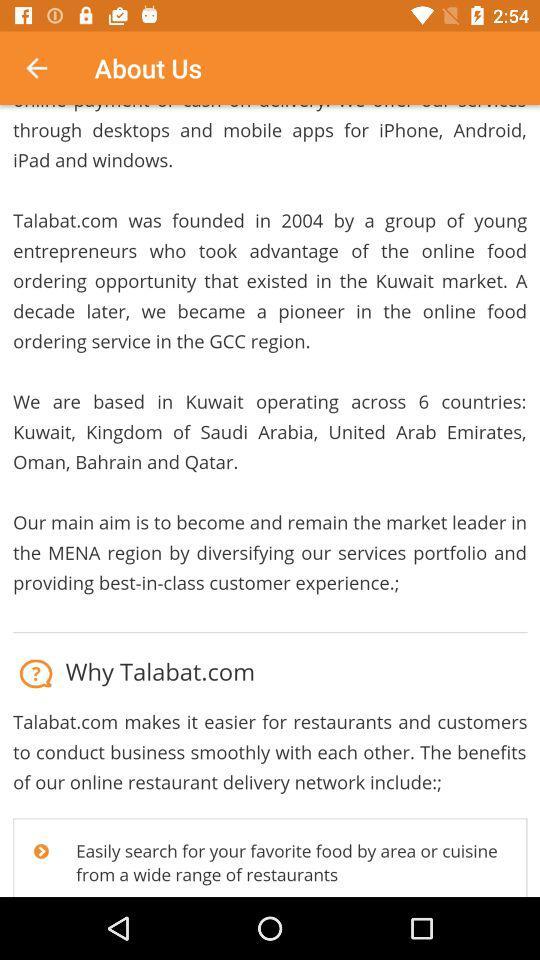 The width and height of the screenshot is (540, 960). I want to click on go back, so click(47, 68).